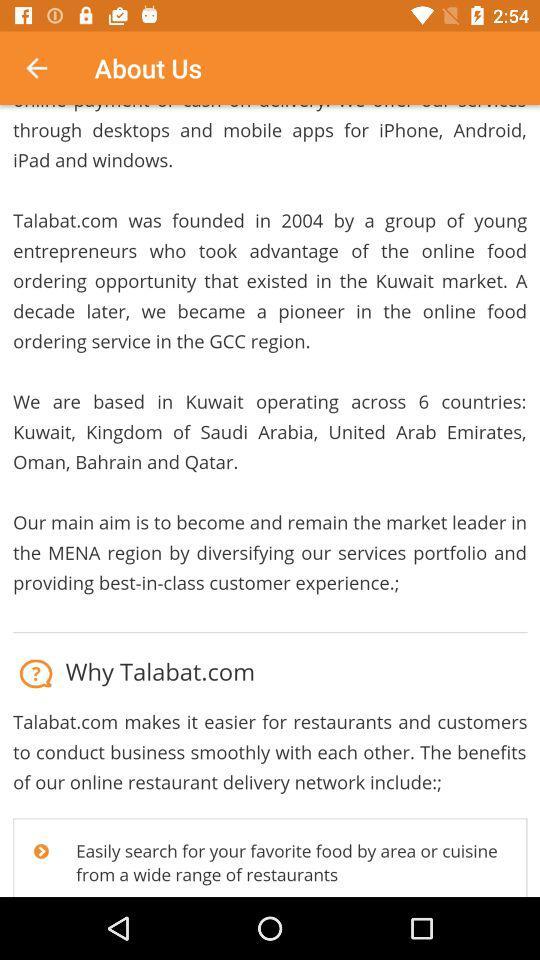 The width and height of the screenshot is (540, 960). I want to click on go back, so click(47, 68).